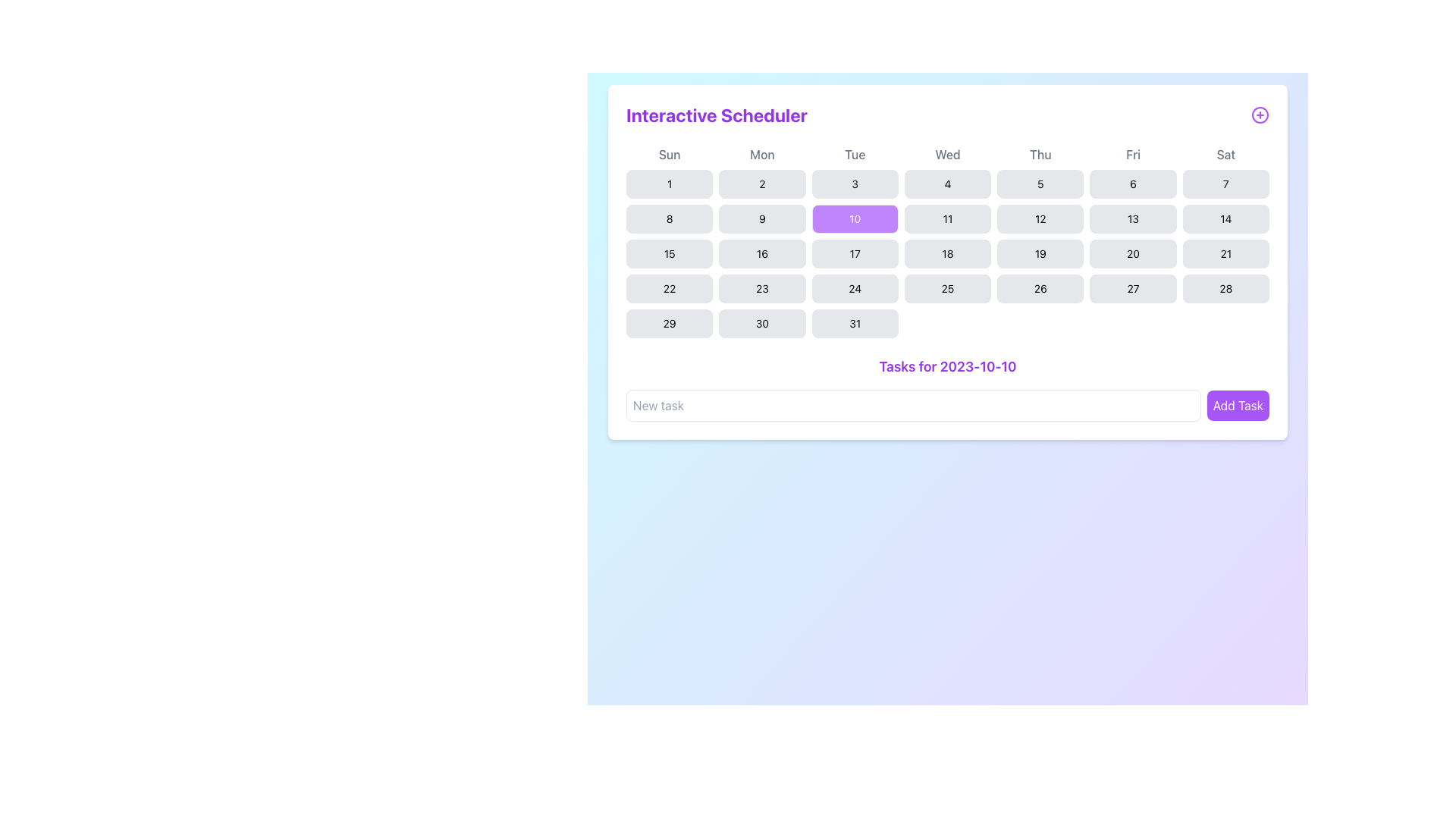 The height and width of the screenshot is (819, 1456). Describe the element at coordinates (1225, 219) in the screenshot. I see `the button styled as a rounded rectangle with a light gray background and the number '14' centered inside` at that location.